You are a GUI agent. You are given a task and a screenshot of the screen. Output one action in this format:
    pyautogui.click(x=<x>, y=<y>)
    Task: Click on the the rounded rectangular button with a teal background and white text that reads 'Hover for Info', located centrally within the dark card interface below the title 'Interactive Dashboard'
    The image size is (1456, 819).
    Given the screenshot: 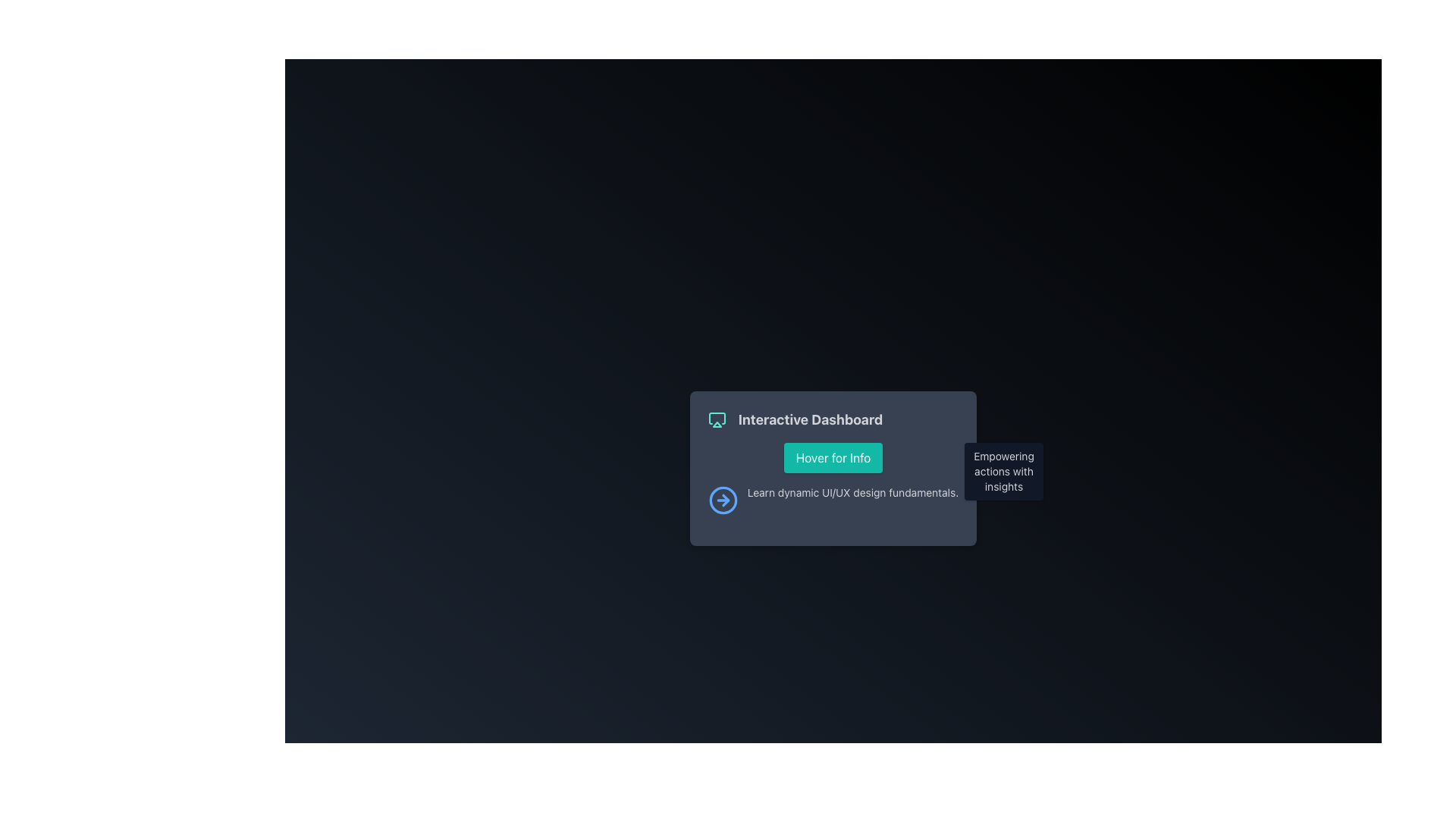 What is the action you would take?
    pyautogui.click(x=833, y=457)
    